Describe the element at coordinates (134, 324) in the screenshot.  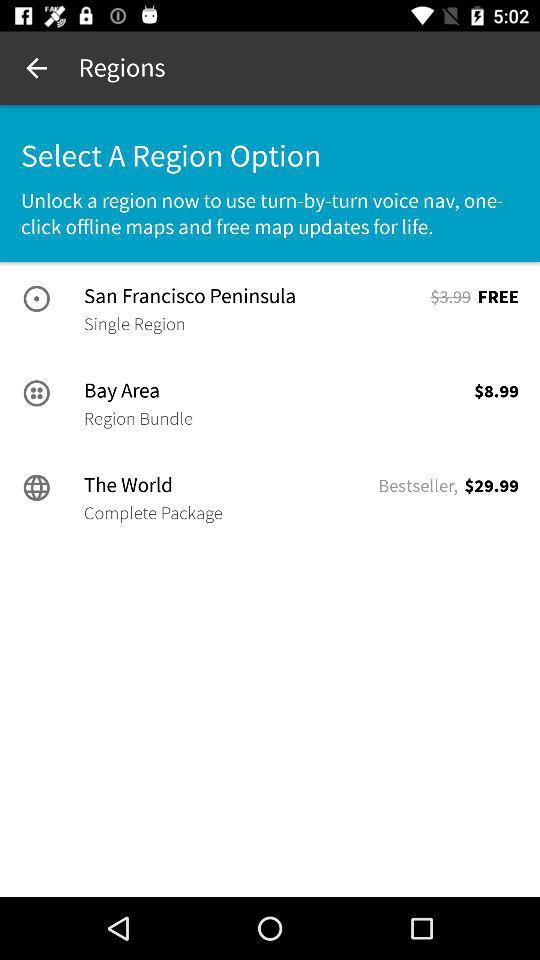
I see `item above the bay area icon` at that location.